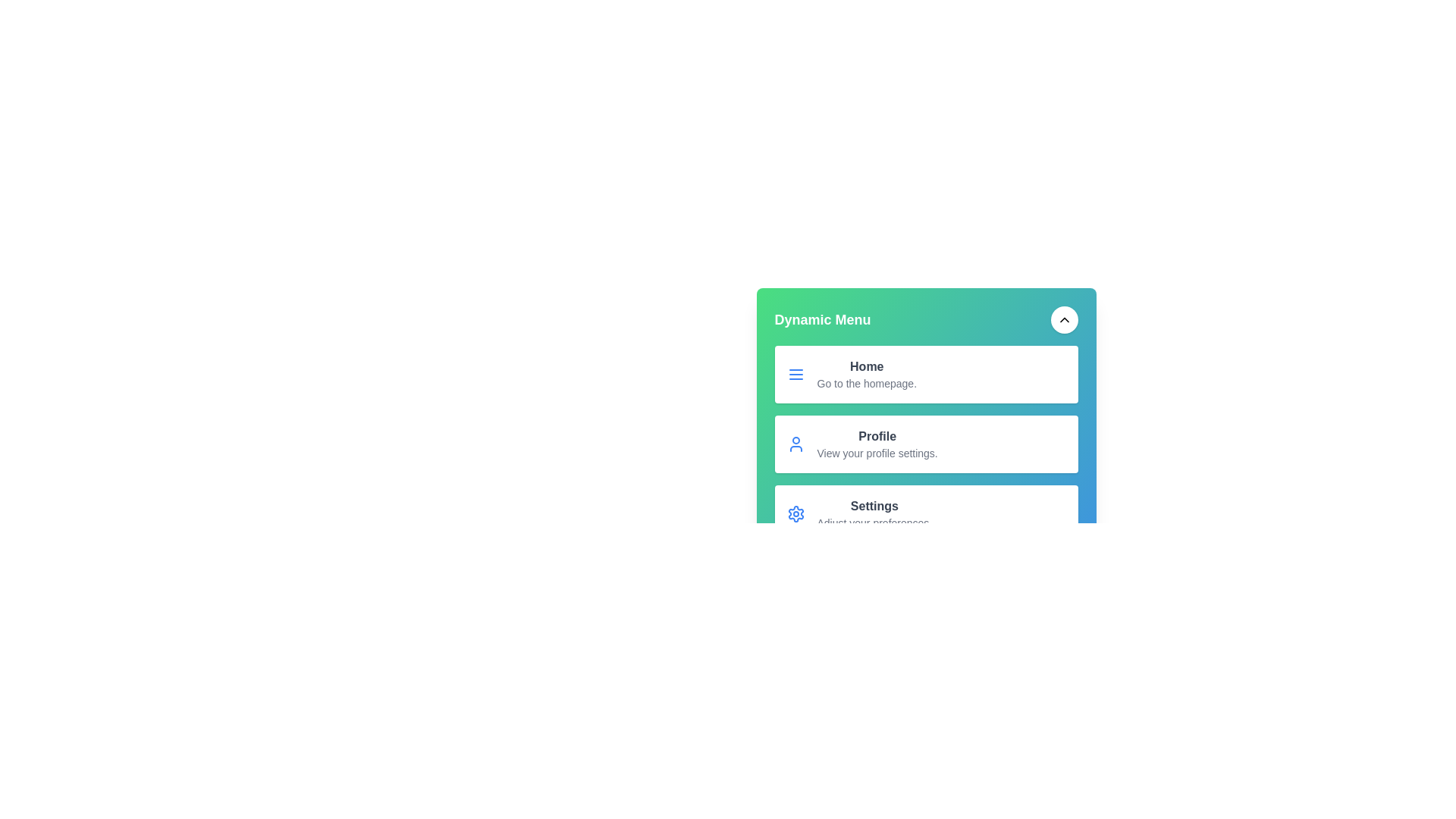  Describe the element at coordinates (874, 513) in the screenshot. I see `the text component labeled 'Settings' located at the bottom of the menu section` at that location.